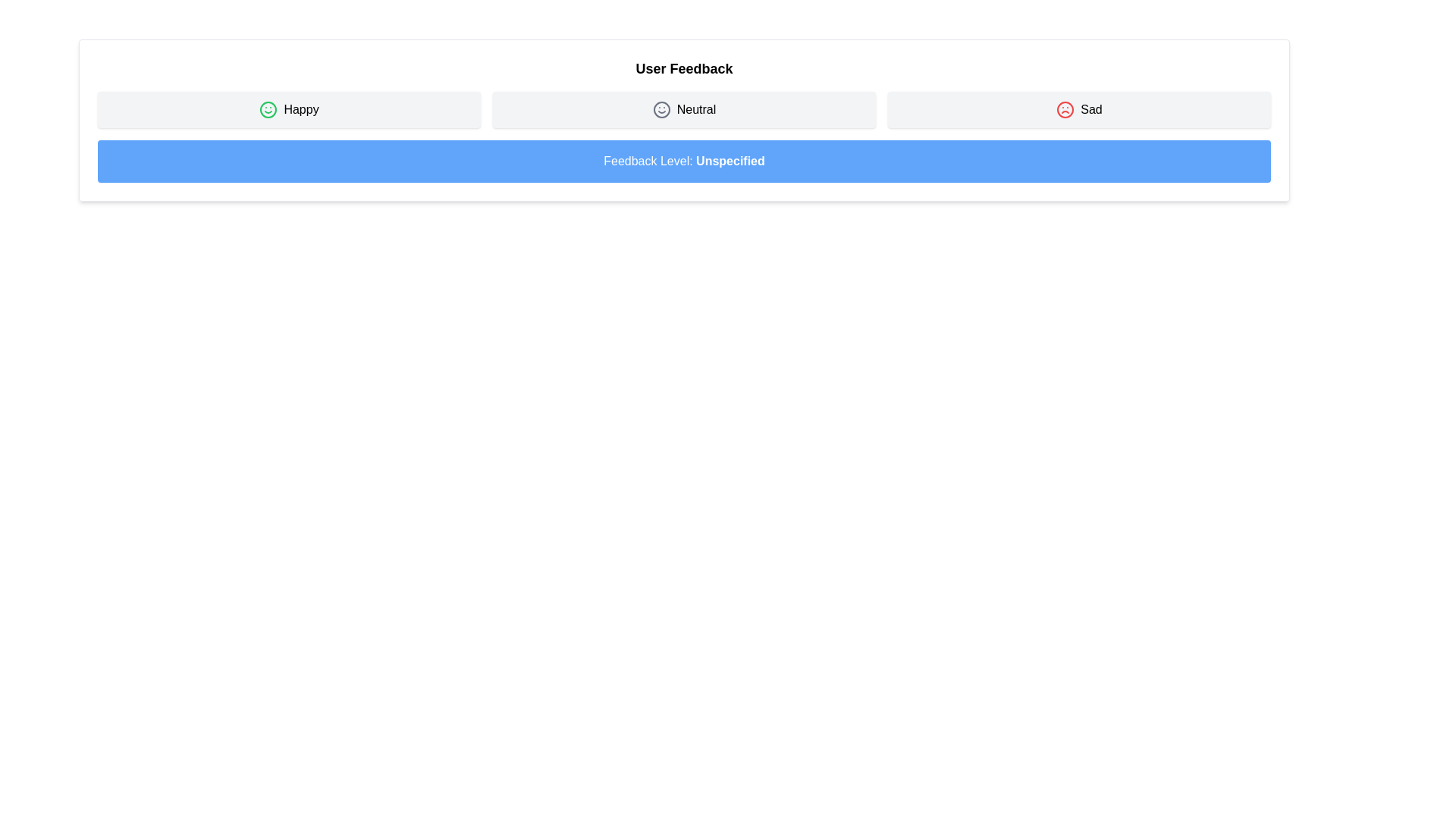 The width and height of the screenshot is (1456, 819). What do you see at coordinates (1078, 109) in the screenshot?
I see `the 'Sad' feedback button, which is the third button in a row located to the right of 'Happy' and 'Neutral'` at bounding box center [1078, 109].